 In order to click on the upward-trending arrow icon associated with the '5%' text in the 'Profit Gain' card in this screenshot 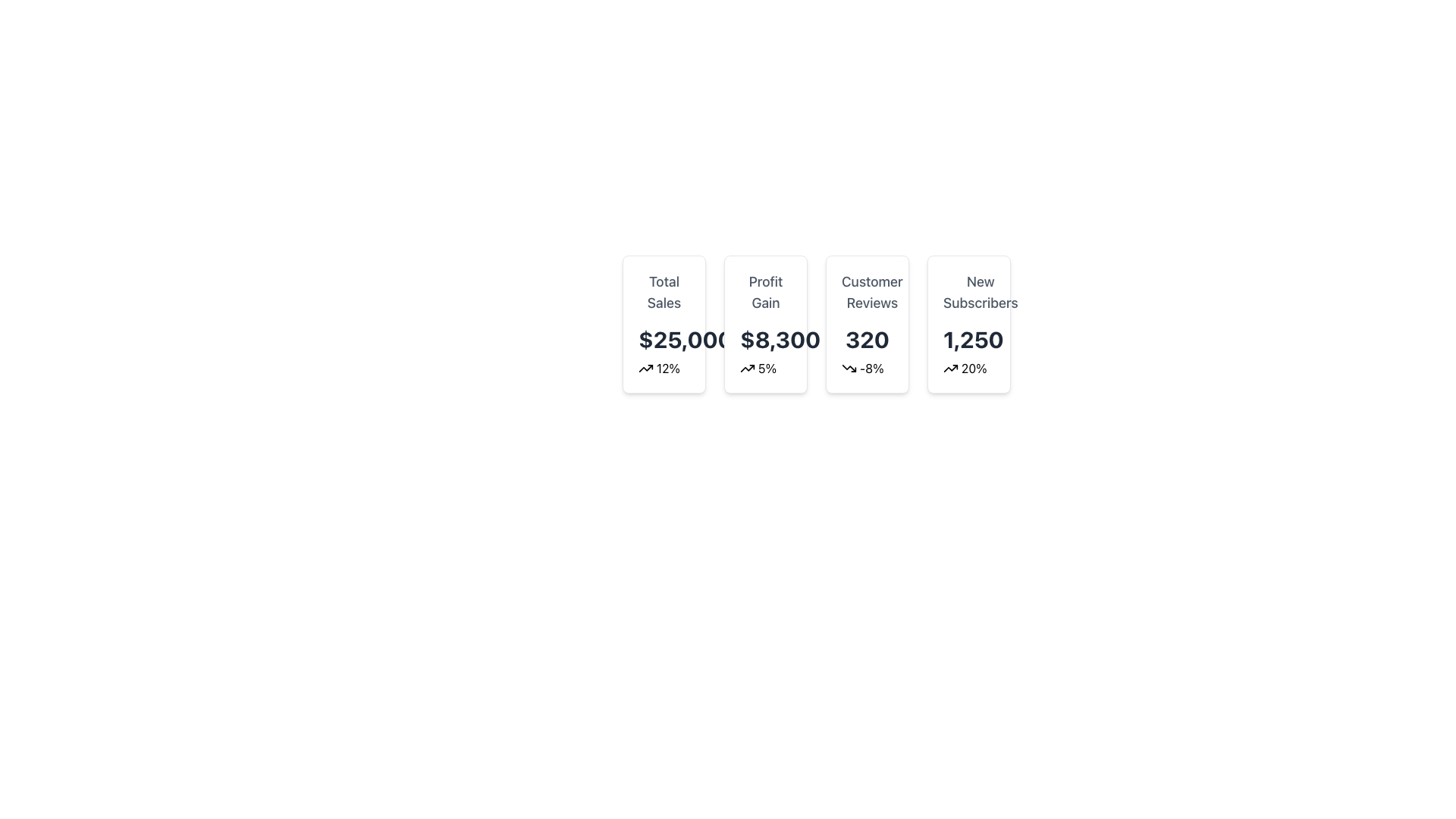, I will do `click(747, 369)`.